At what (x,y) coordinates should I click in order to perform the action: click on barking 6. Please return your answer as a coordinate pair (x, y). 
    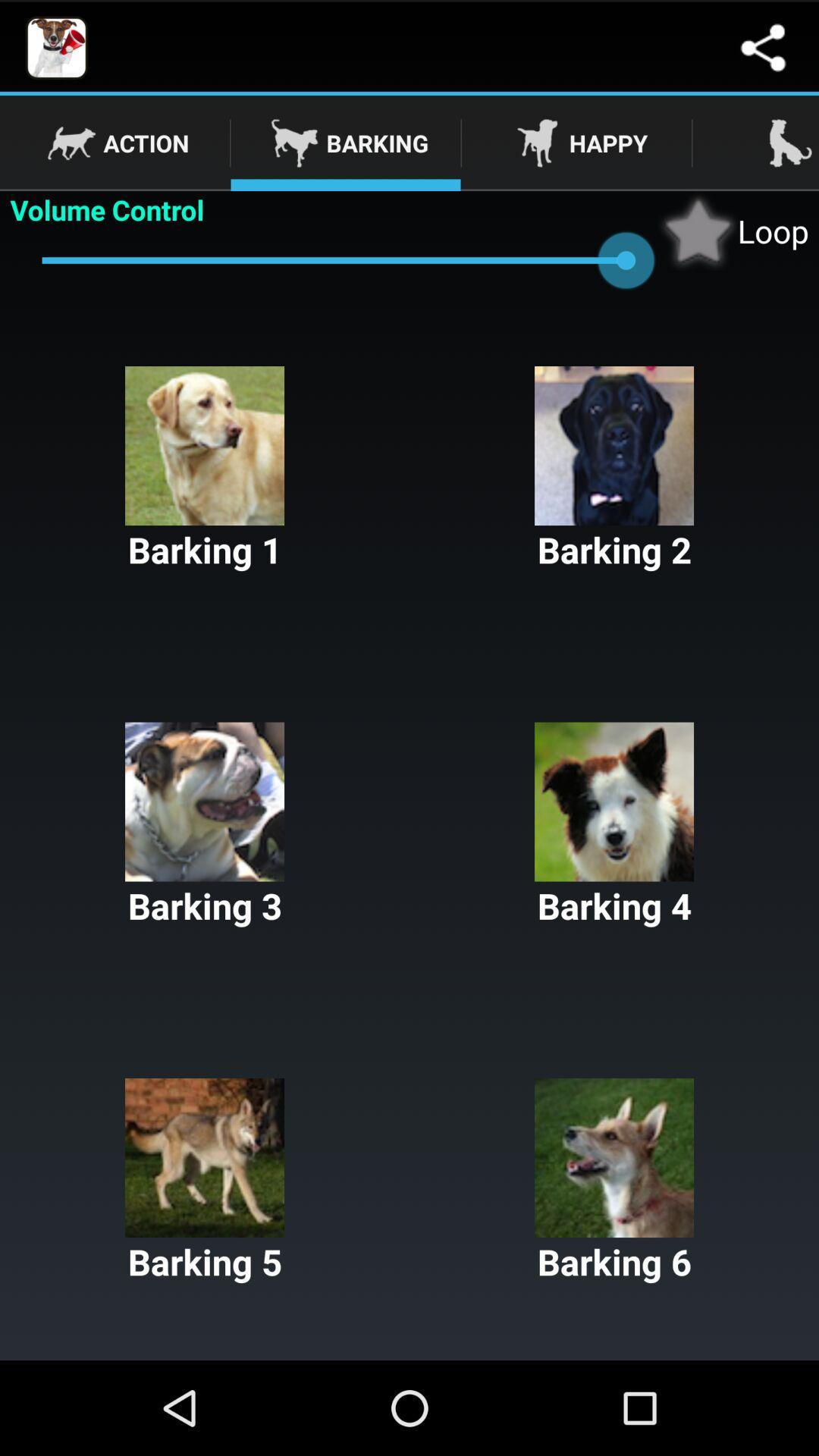
    Looking at the image, I should click on (614, 1181).